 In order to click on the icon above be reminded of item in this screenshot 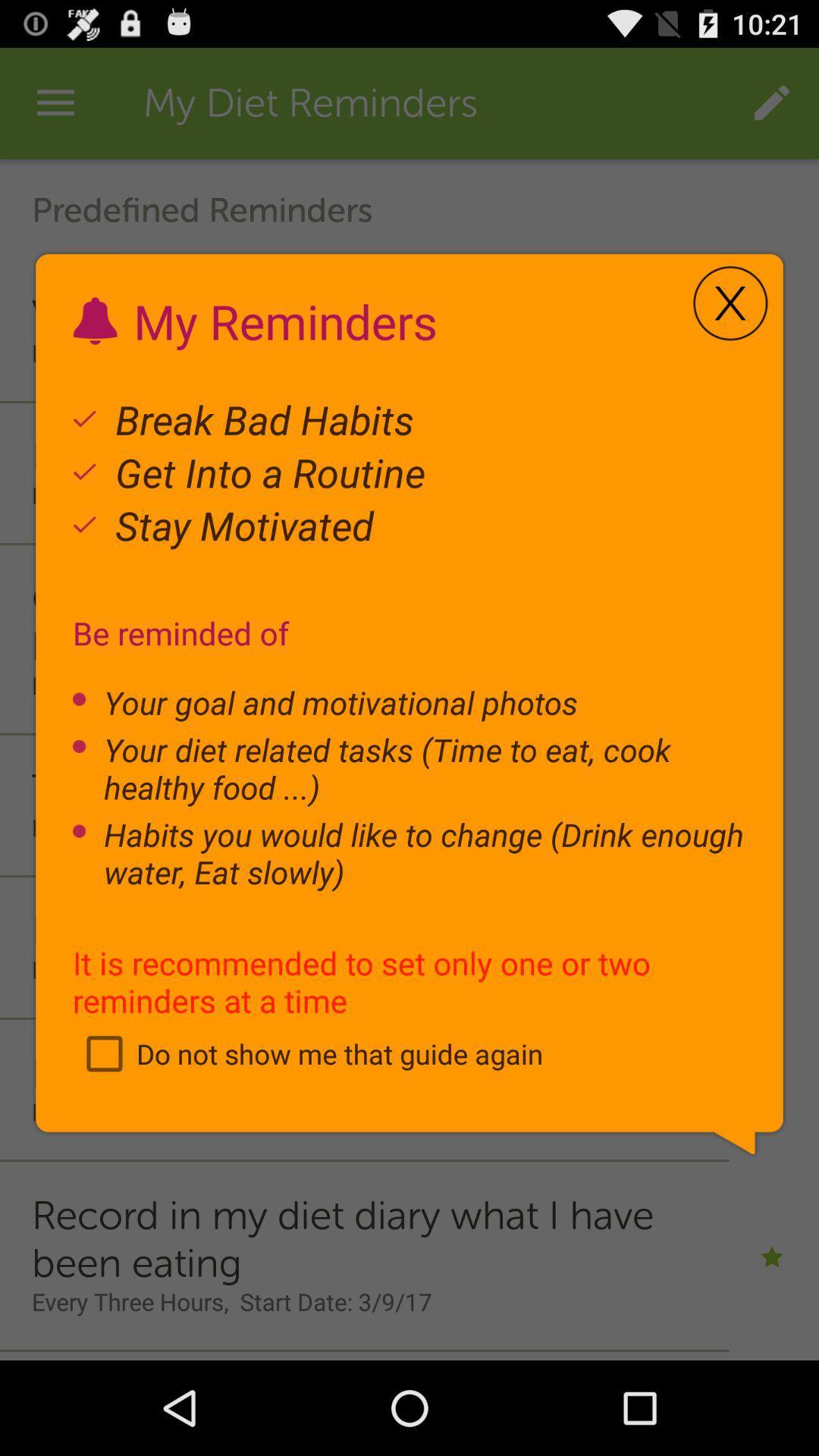, I will do `click(730, 303)`.